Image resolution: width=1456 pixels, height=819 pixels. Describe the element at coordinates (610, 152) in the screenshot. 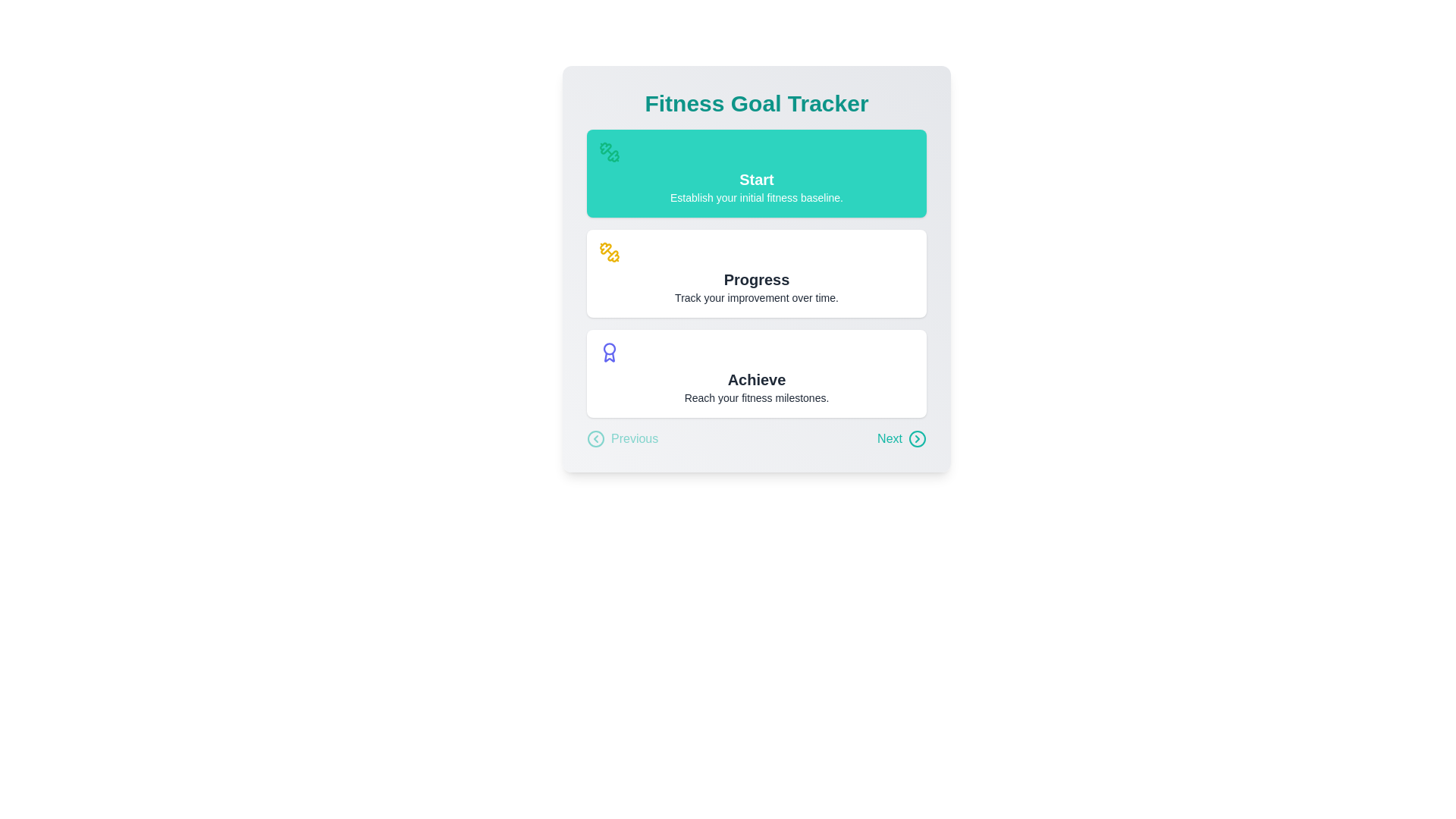

I see `the small green dumbbell icon located to the left of the 'Start' option in the 'Fitness Goal Tracker' interface` at that location.